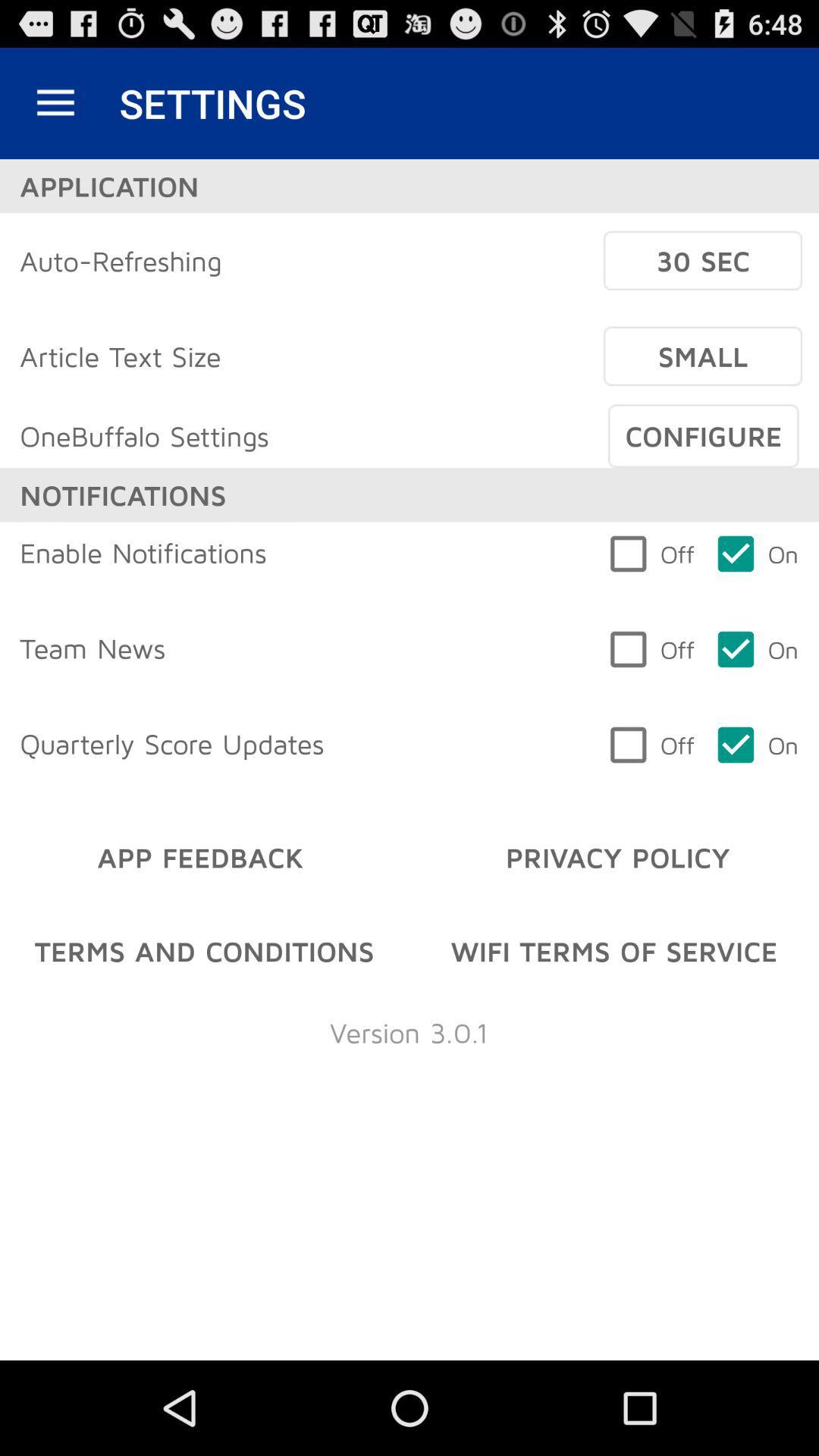  I want to click on item to the right of the onebuffalo settings, so click(703, 435).